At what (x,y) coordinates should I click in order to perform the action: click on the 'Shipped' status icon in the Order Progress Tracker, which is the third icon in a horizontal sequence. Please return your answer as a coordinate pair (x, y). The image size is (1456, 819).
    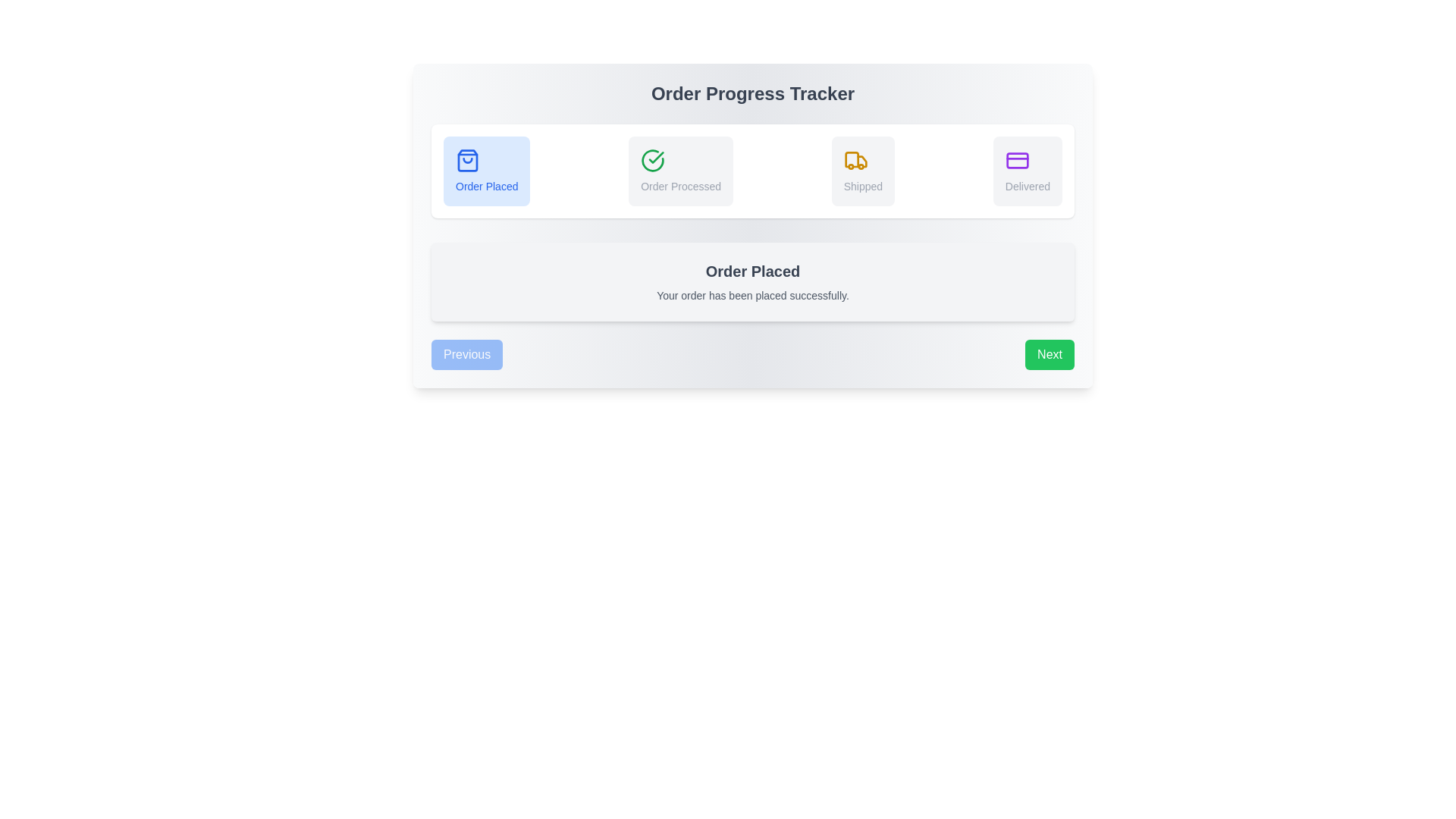
    Looking at the image, I should click on (861, 162).